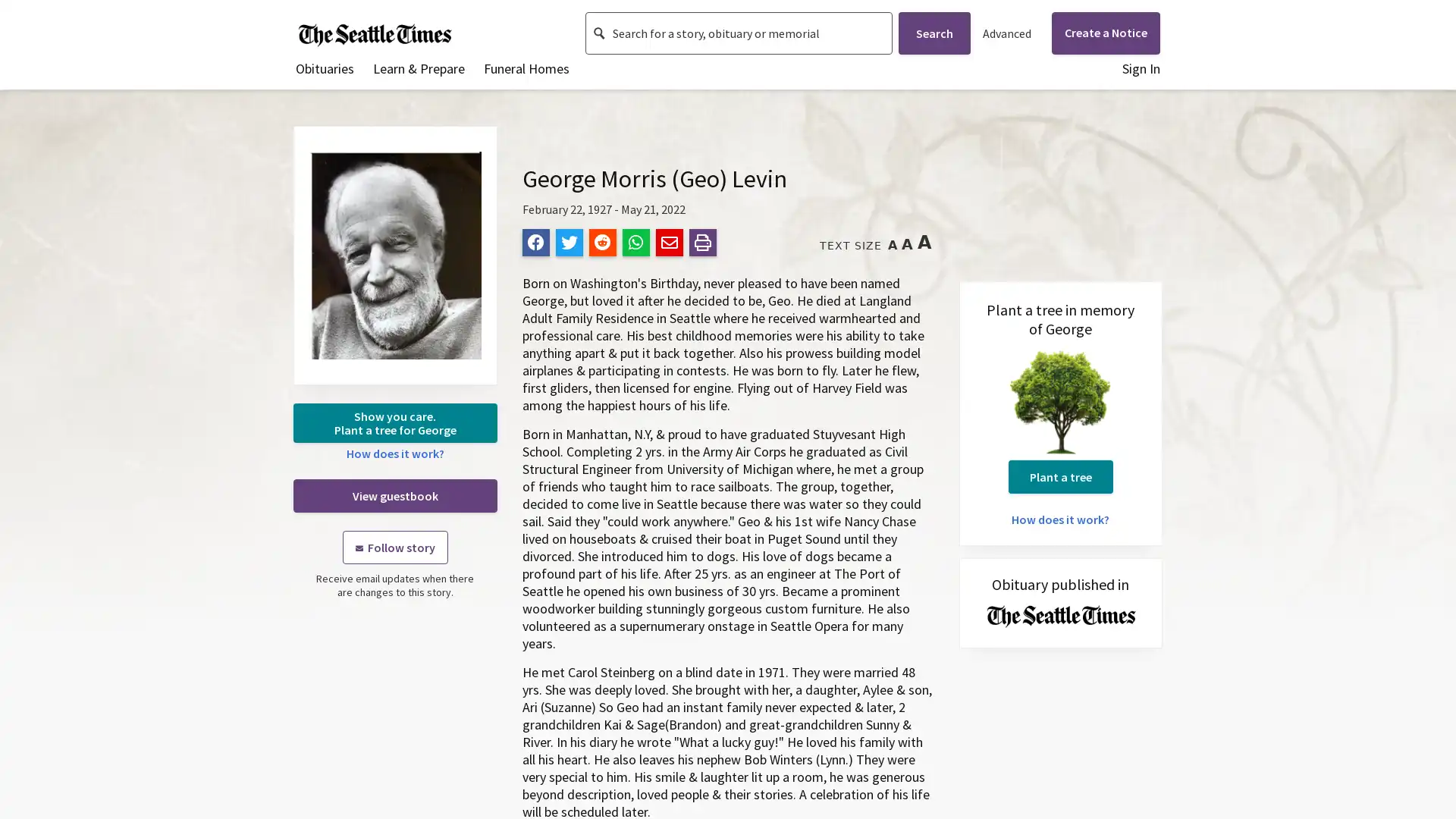  What do you see at coordinates (635, 242) in the screenshot?
I see `Whatsapp button - Opens new window` at bounding box center [635, 242].